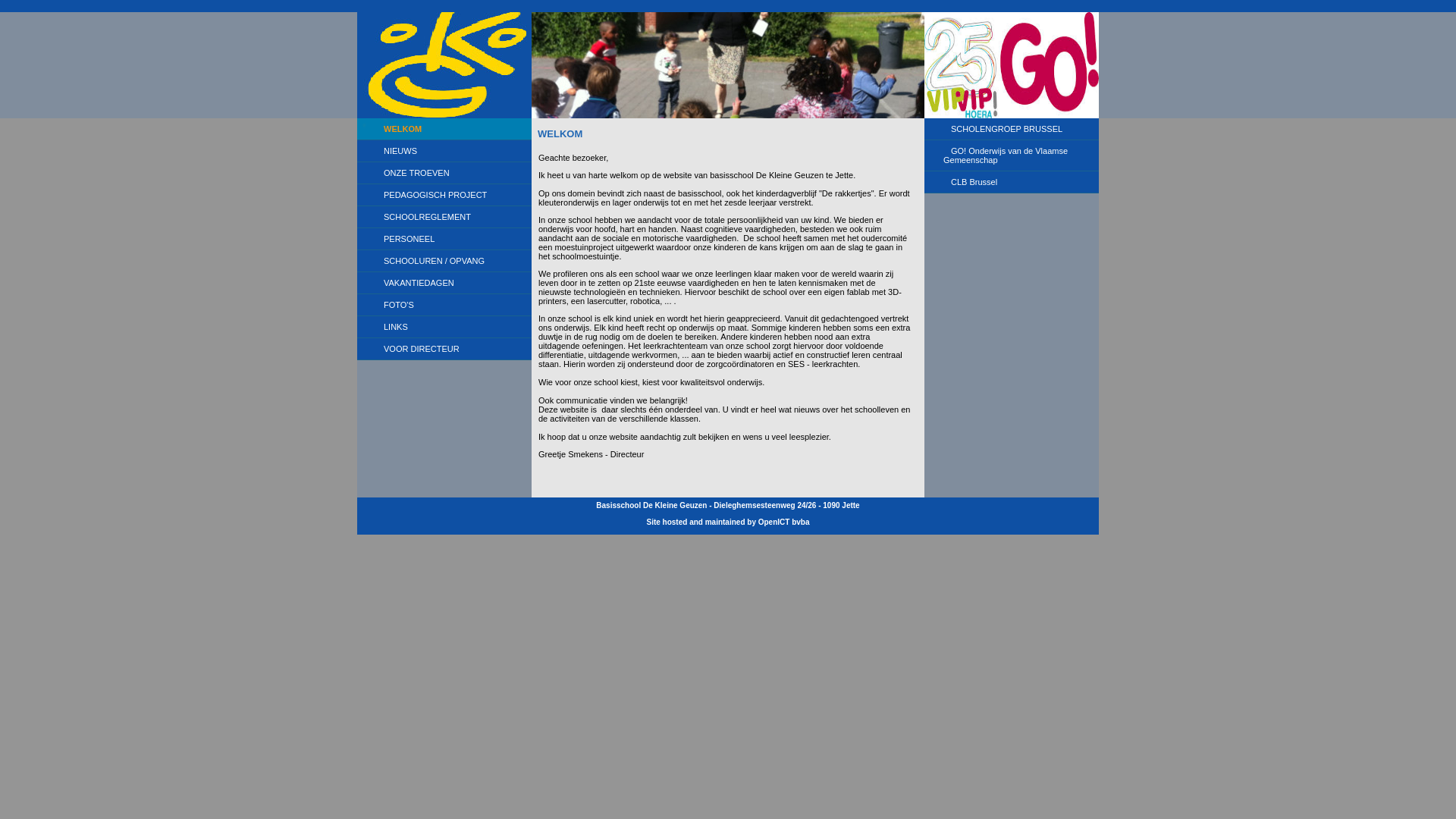 This screenshot has height=819, width=1456. Describe the element at coordinates (356, 305) in the screenshot. I see `'FOTO'S'` at that location.